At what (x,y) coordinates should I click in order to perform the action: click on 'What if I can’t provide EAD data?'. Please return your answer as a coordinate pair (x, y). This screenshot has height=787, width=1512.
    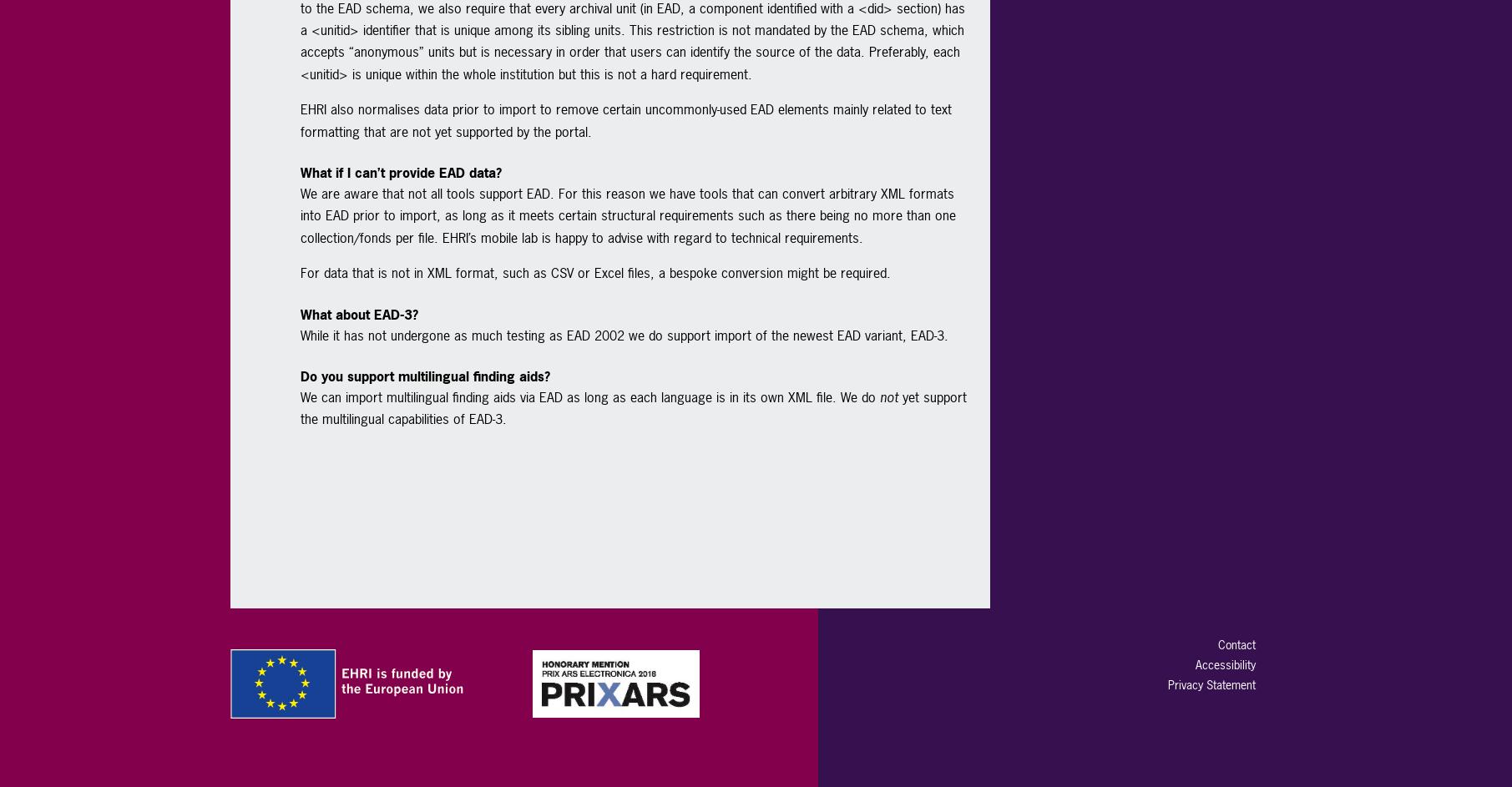
    Looking at the image, I should click on (298, 171).